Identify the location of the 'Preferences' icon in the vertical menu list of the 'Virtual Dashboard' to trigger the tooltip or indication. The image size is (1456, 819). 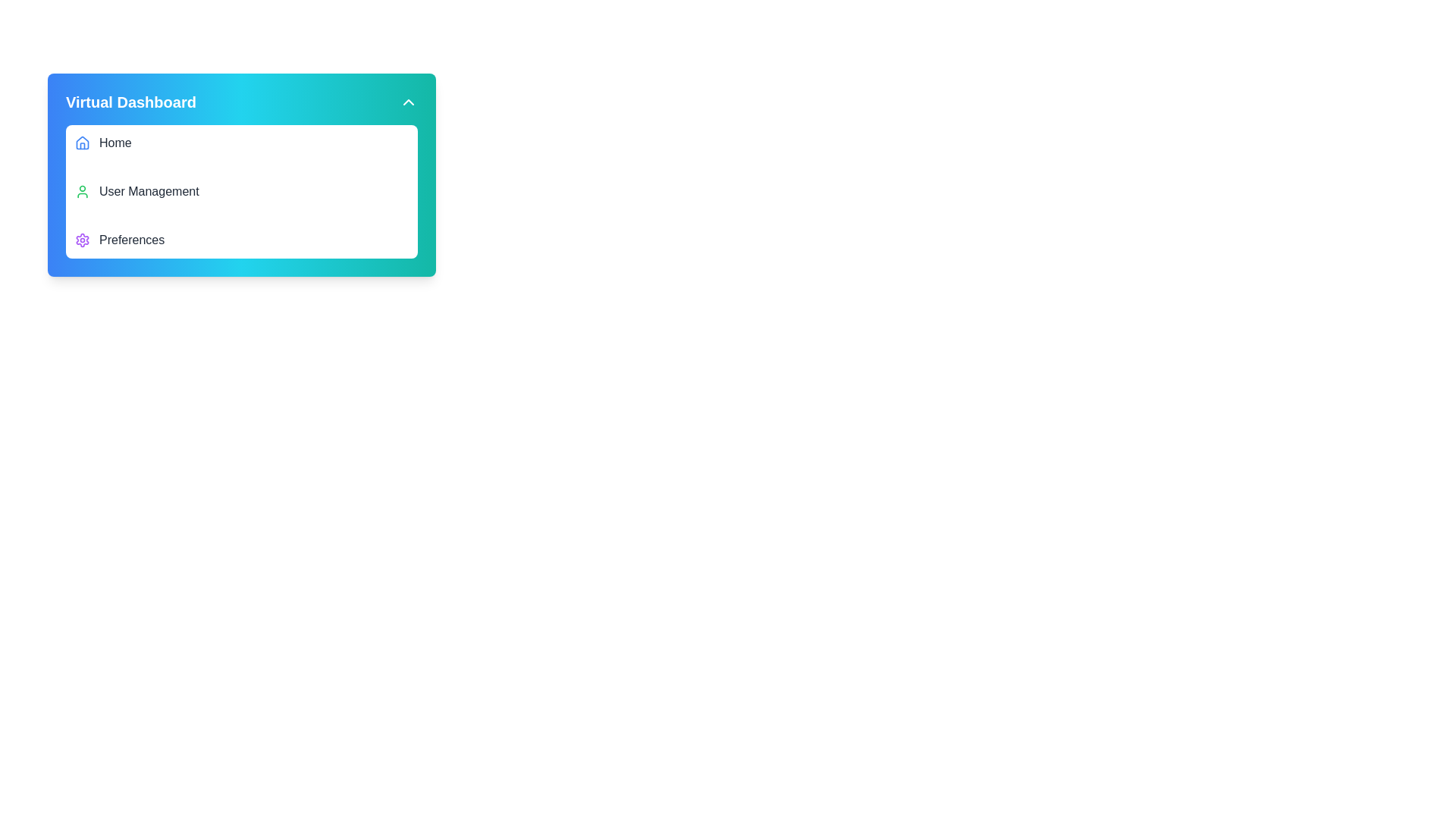
(82, 239).